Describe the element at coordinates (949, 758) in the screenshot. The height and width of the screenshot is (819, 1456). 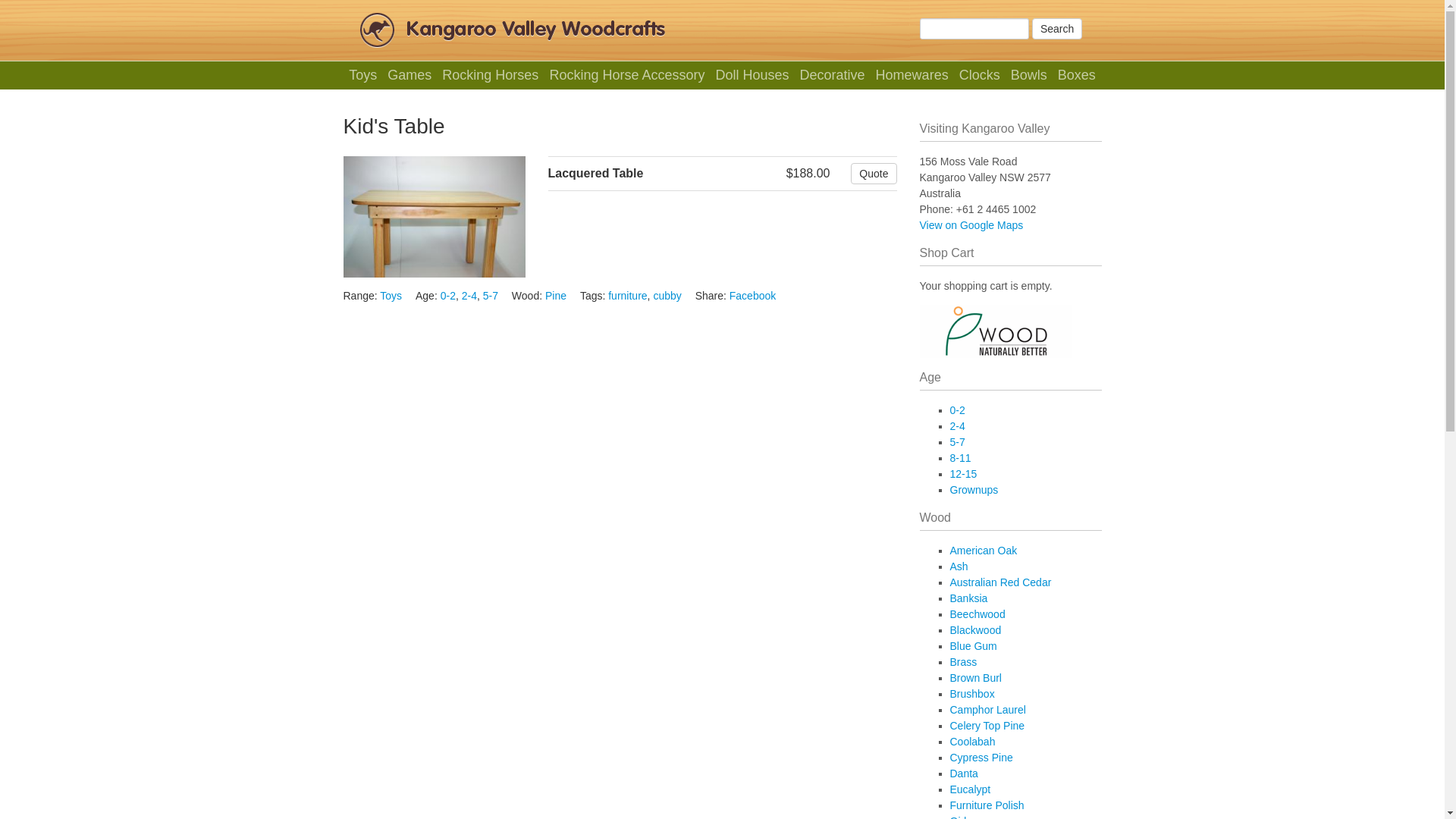
I see `'Cypress Pine'` at that location.